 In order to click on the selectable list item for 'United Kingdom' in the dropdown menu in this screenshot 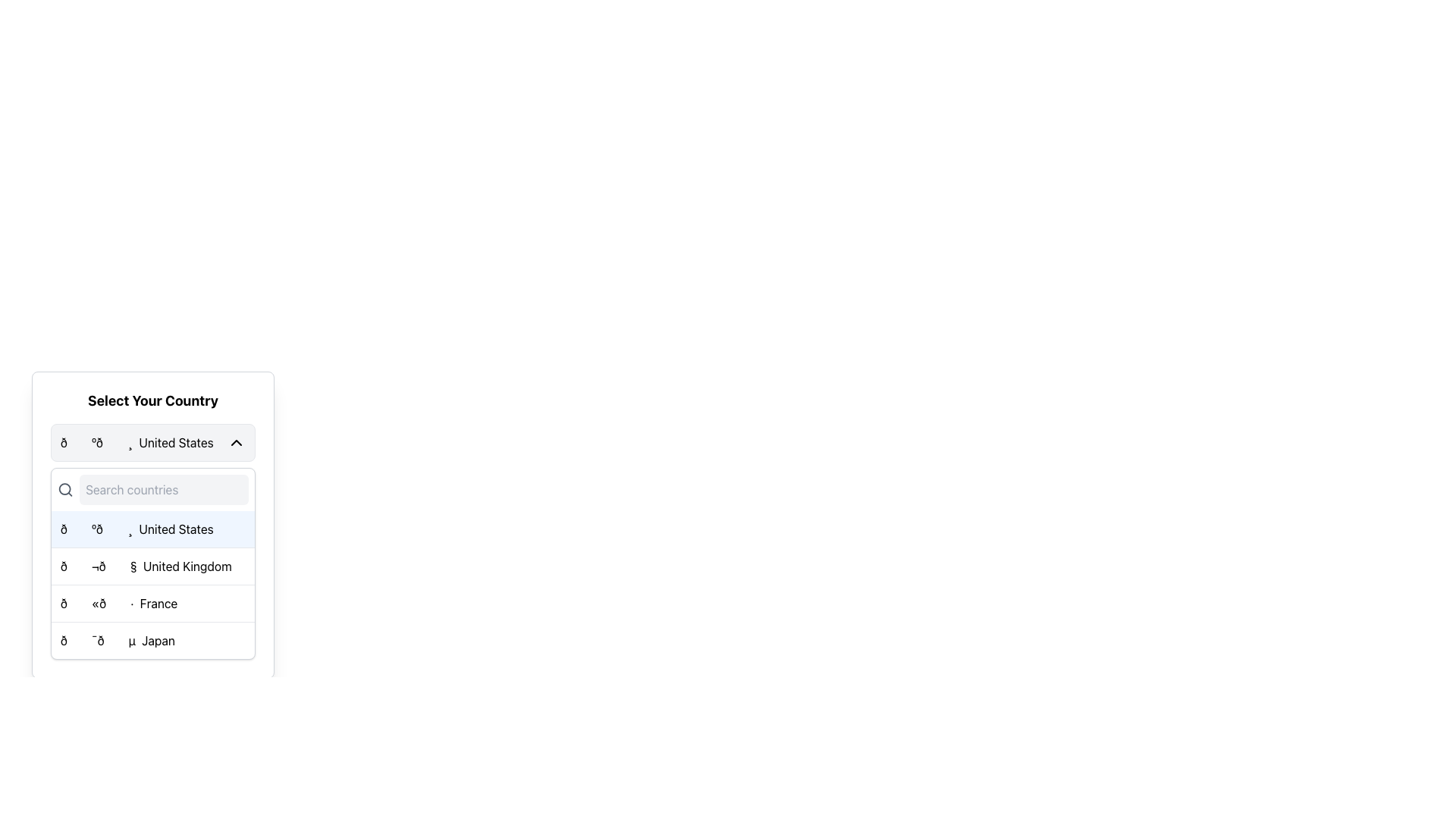, I will do `click(152, 563)`.